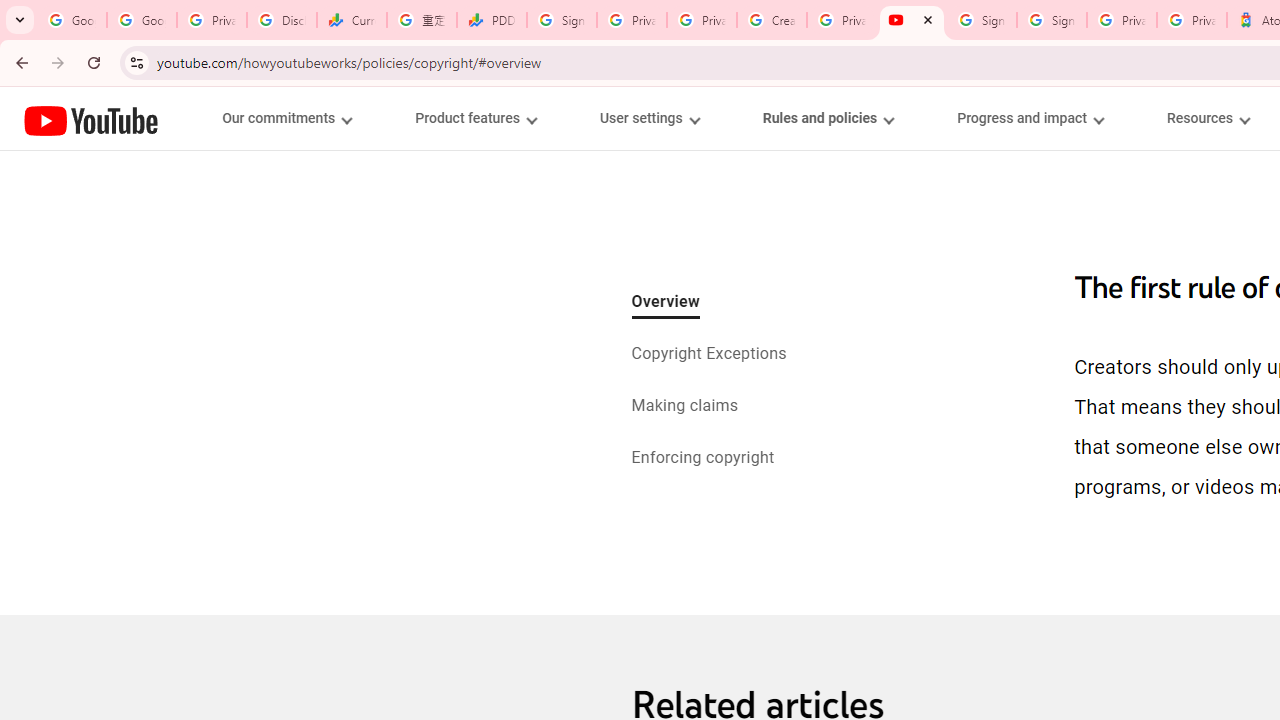 This screenshot has height=720, width=1280. What do you see at coordinates (492, 20) in the screenshot?
I see `'PDD Holdings Inc - ADR (PDD) Price & News - Google Finance'` at bounding box center [492, 20].